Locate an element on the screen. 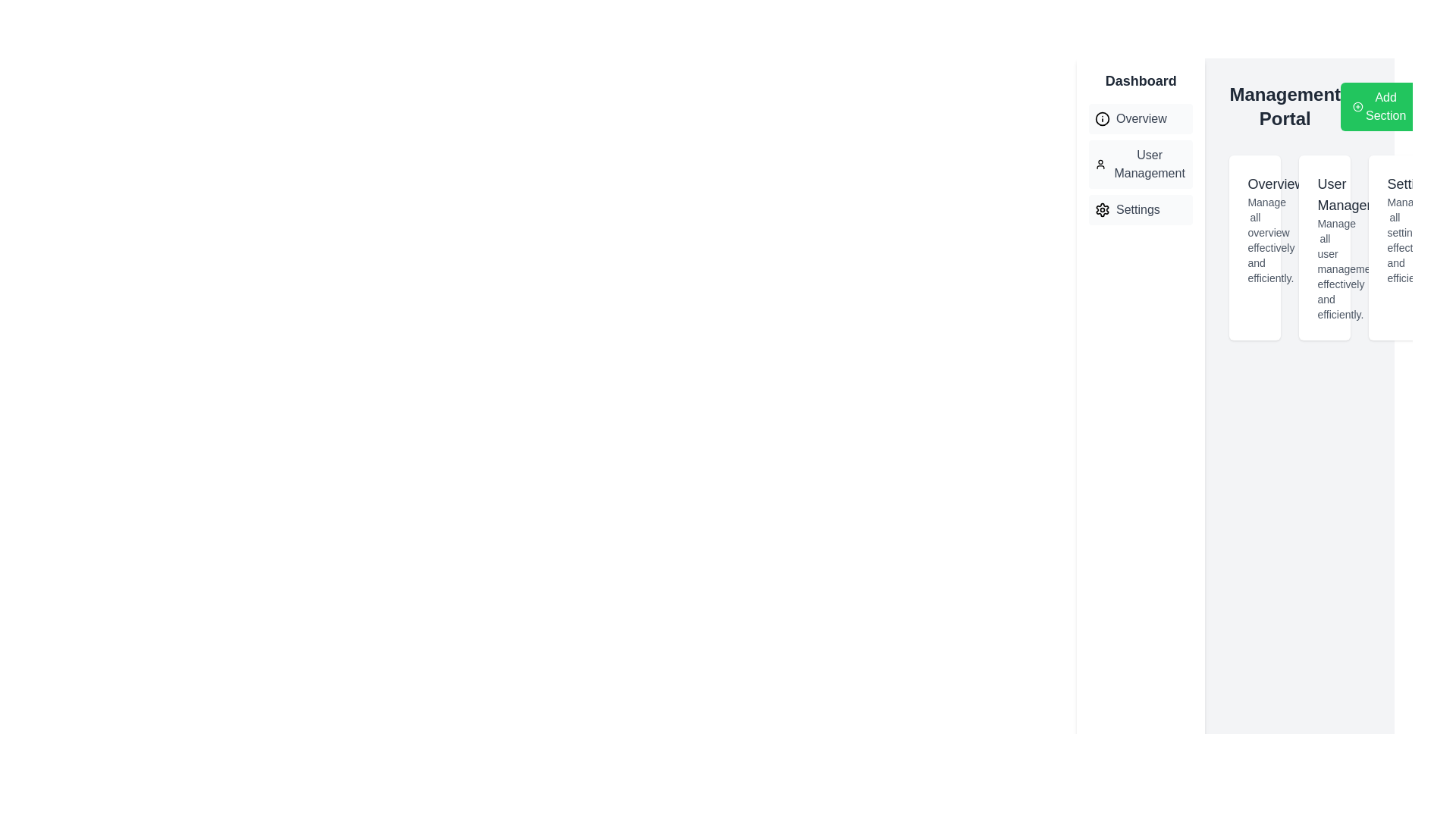 The height and width of the screenshot is (819, 1456). the green rectangular button labeled 'Add Section' located in the top right corner of the Management Portal is located at coordinates (1380, 106).